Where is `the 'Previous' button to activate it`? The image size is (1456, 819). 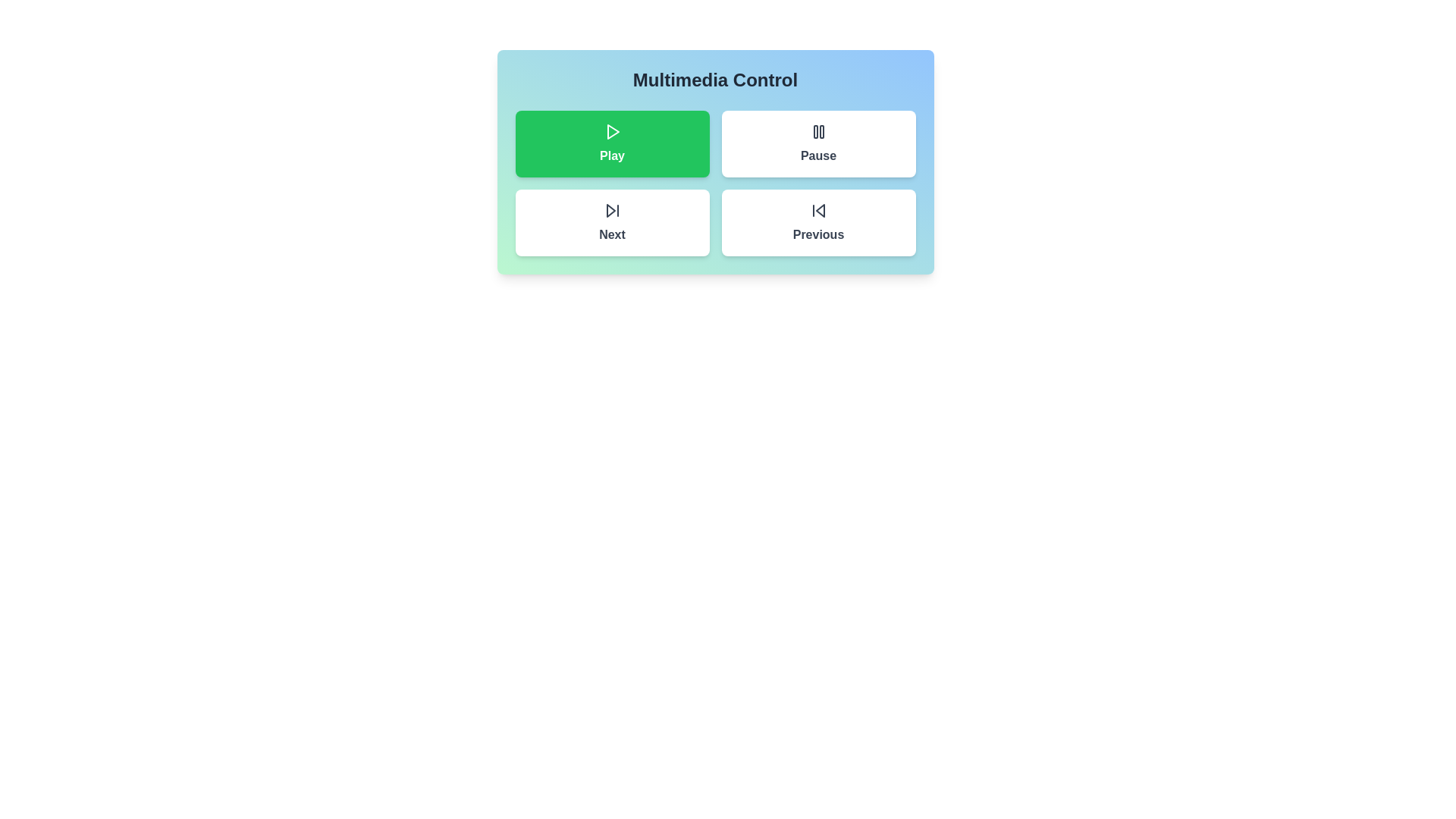
the 'Previous' button to activate it is located at coordinates (817, 222).